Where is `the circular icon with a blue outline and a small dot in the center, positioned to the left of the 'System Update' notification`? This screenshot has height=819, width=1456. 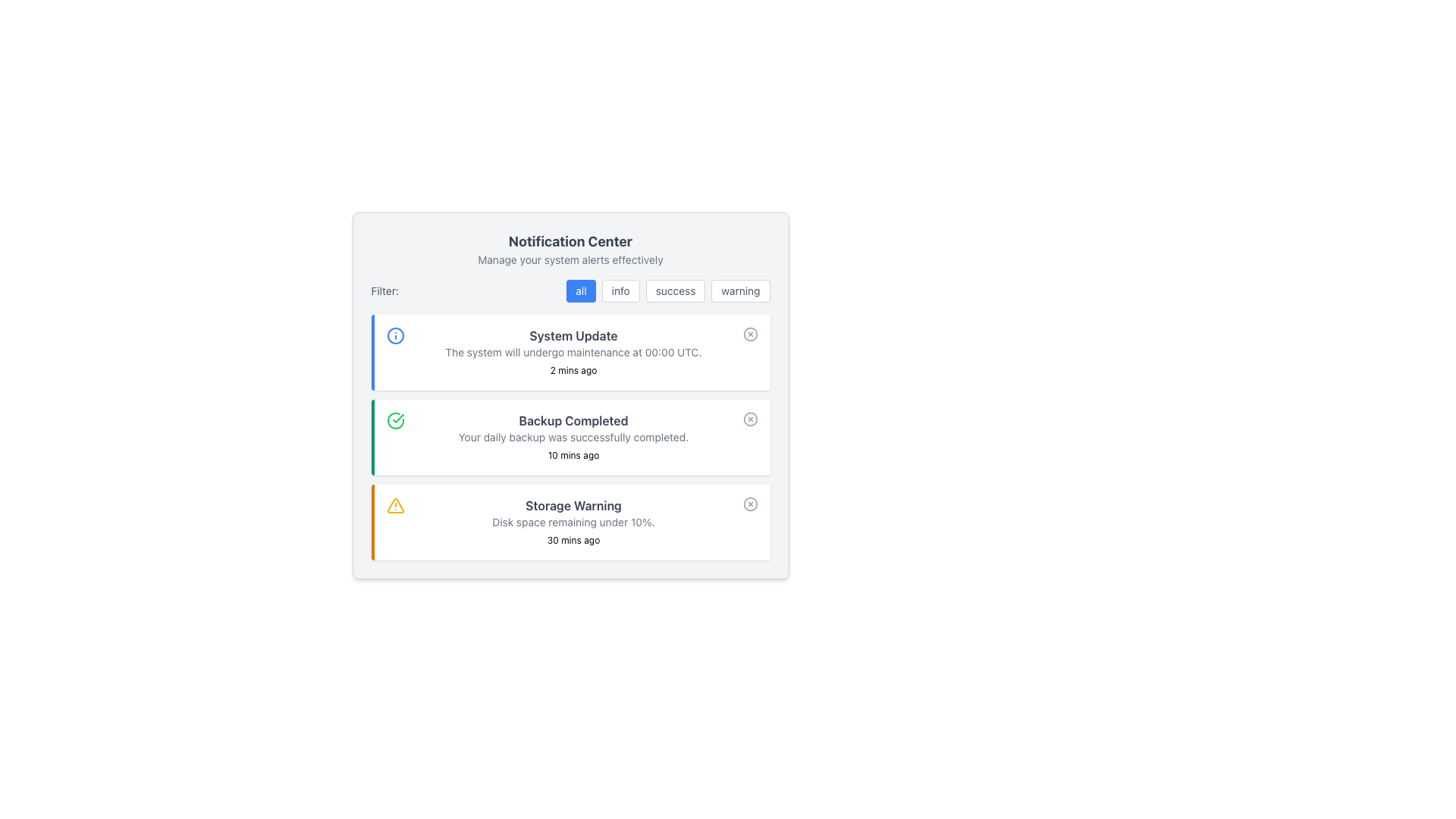
the circular icon with a blue outline and a small dot in the center, positioned to the left of the 'System Update' notification is located at coordinates (395, 335).